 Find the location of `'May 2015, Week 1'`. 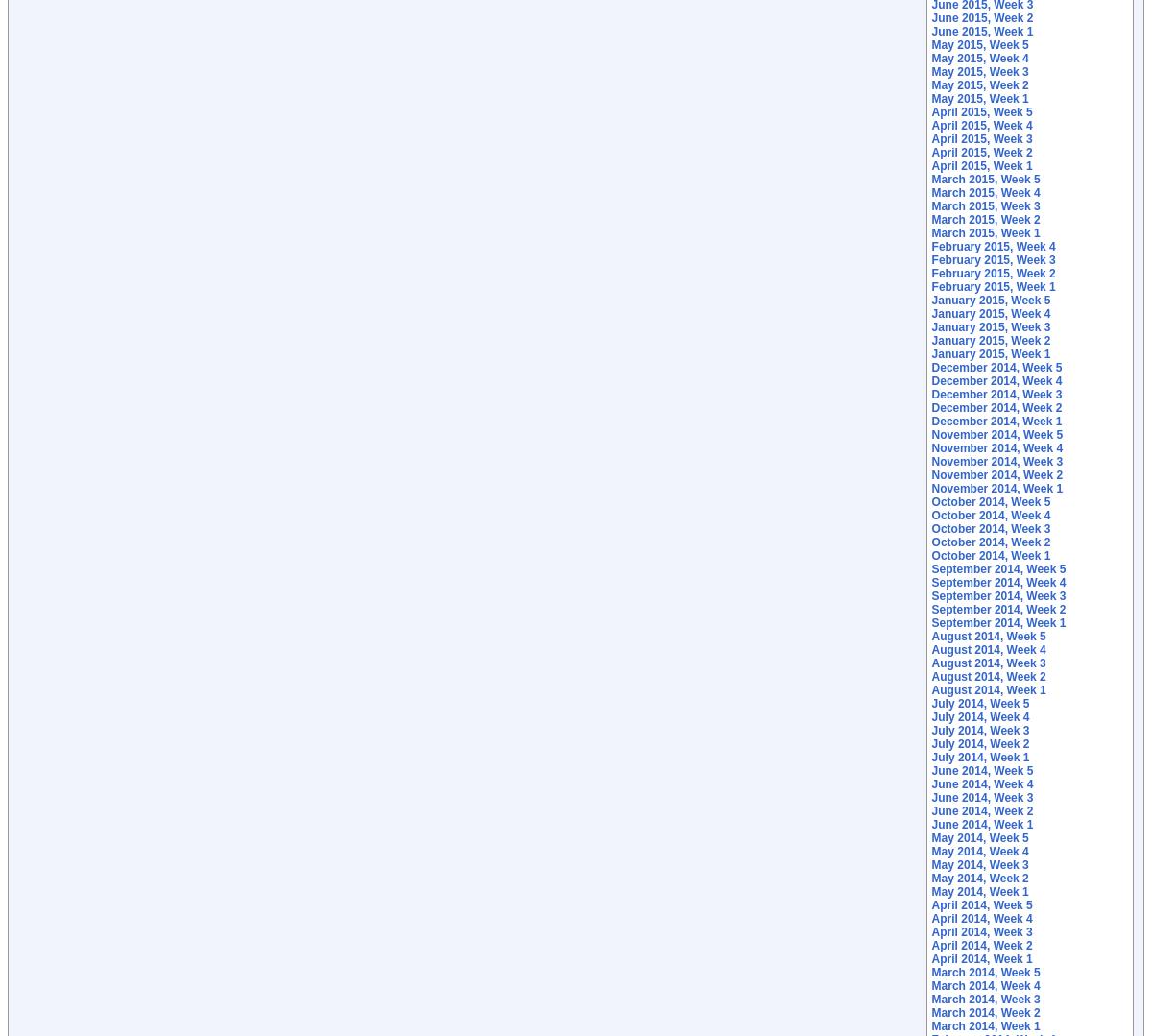

'May 2015, Week 1' is located at coordinates (930, 99).